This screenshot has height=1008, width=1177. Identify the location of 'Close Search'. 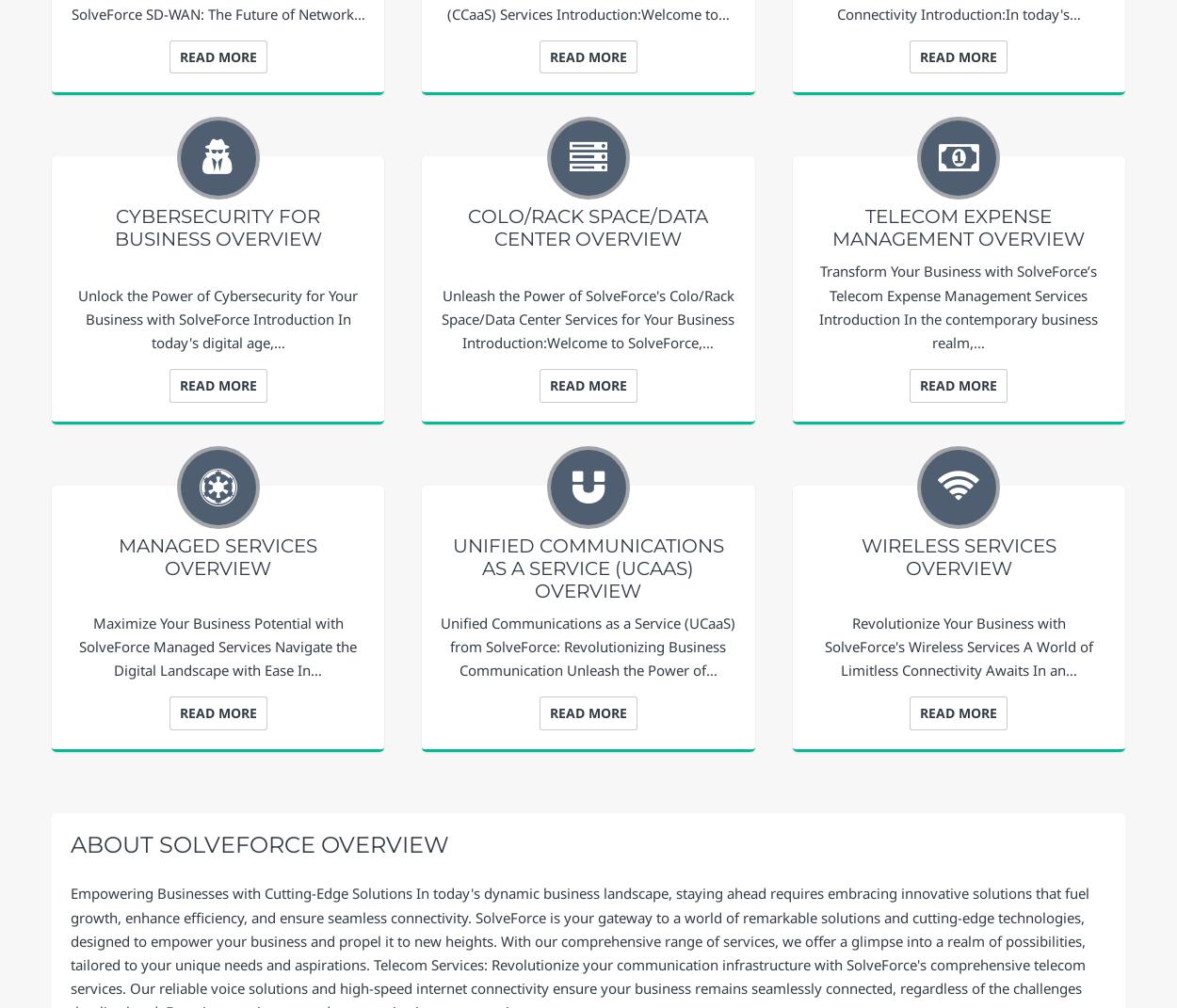
(1111, 790).